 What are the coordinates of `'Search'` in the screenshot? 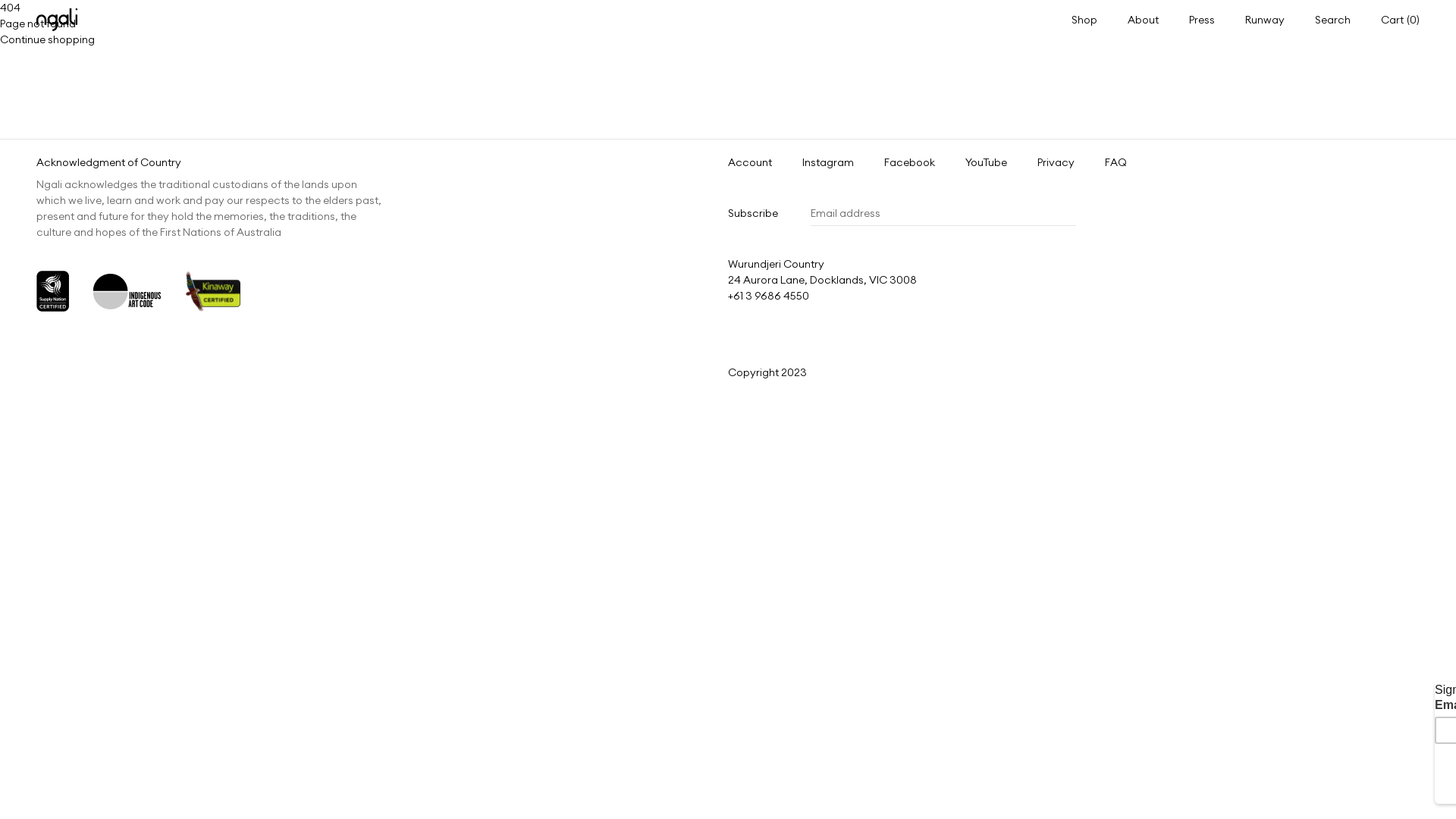 It's located at (1332, 20).